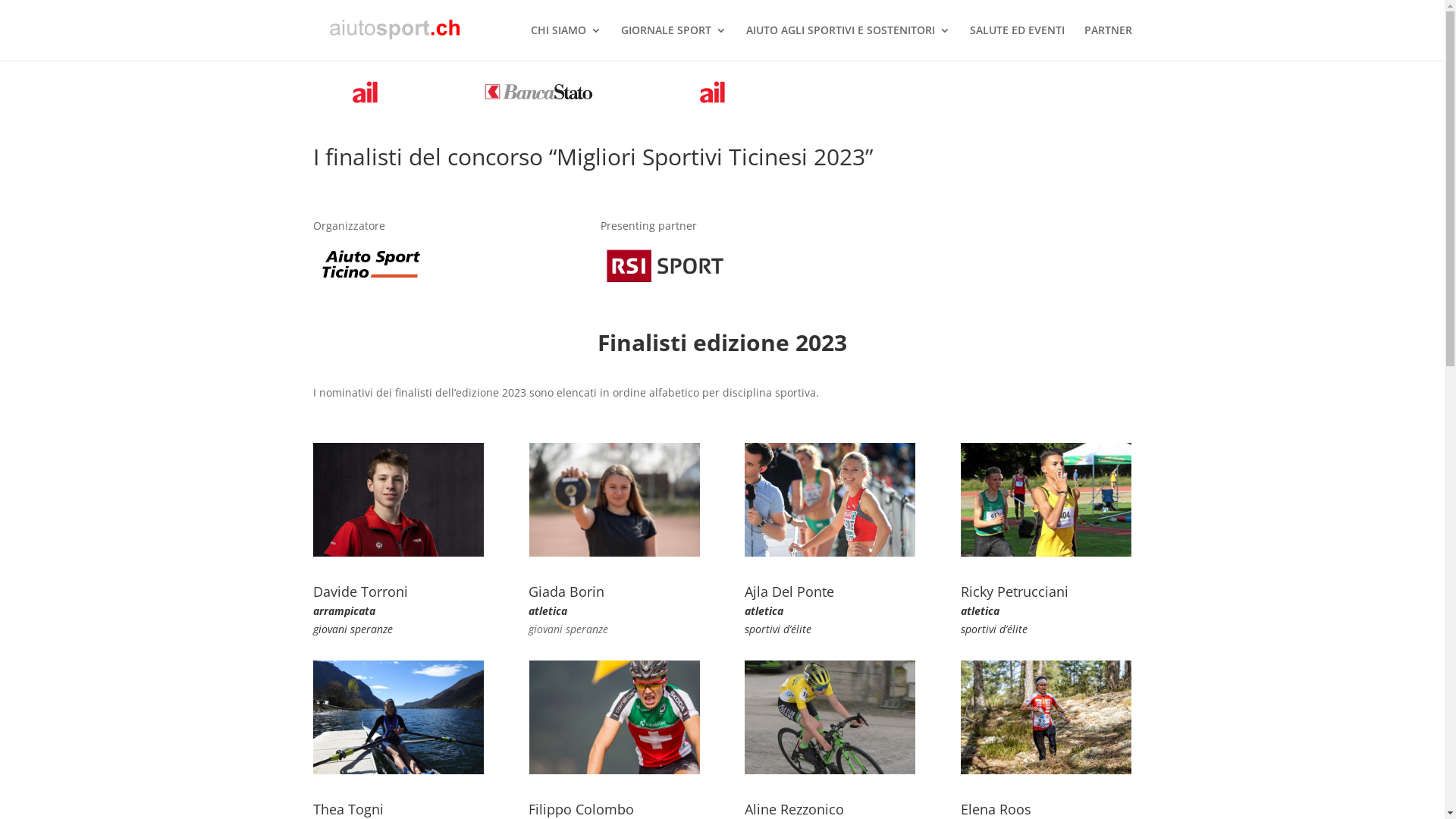 The height and width of the screenshot is (819, 1456). What do you see at coordinates (847, 42) in the screenshot?
I see `'AIUTO AGLI SPORTIVI E SOSTENITORI'` at bounding box center [847, 42].